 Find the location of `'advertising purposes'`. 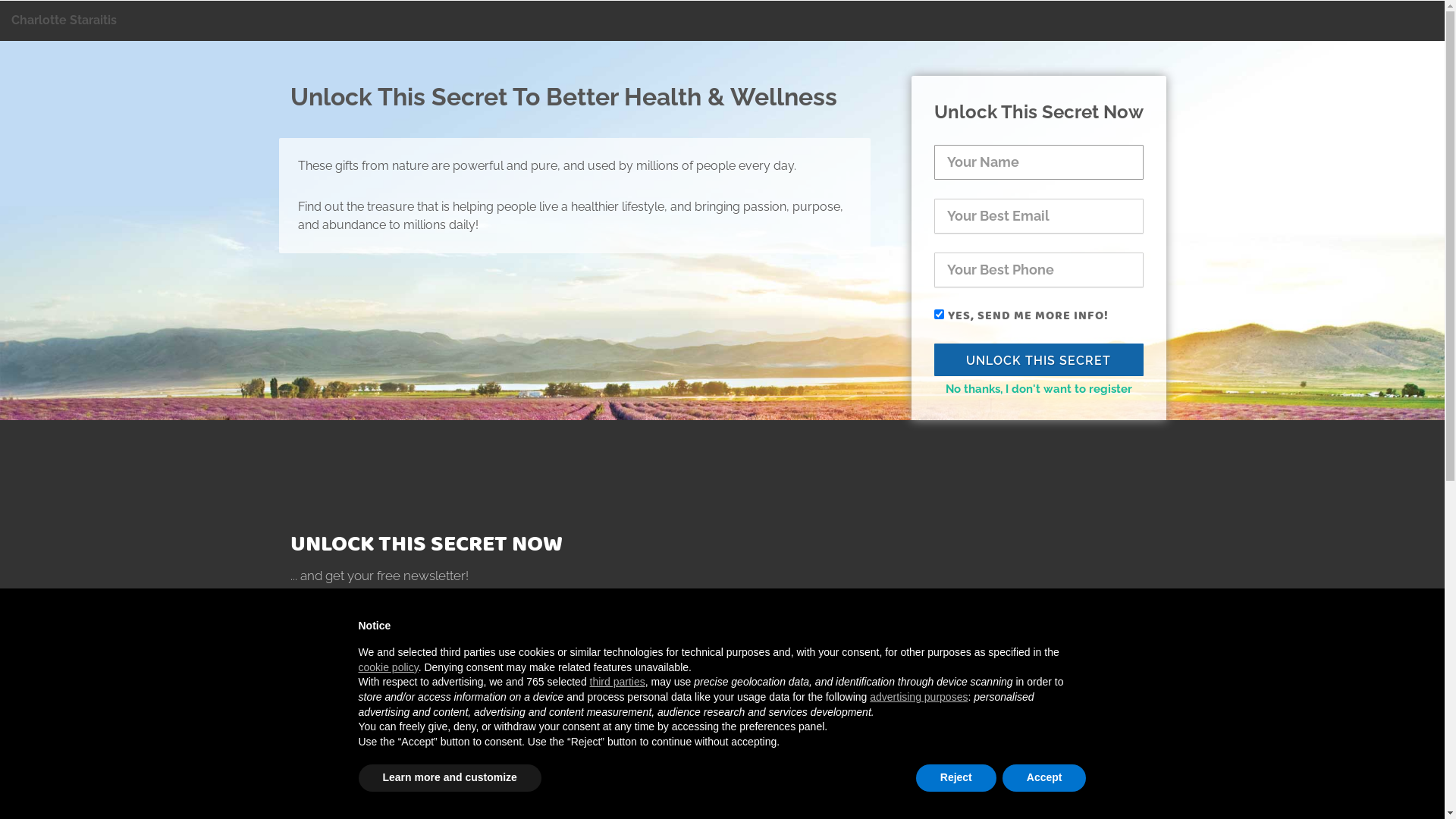

'advertising purposes' is located at coordinates (918, 696).